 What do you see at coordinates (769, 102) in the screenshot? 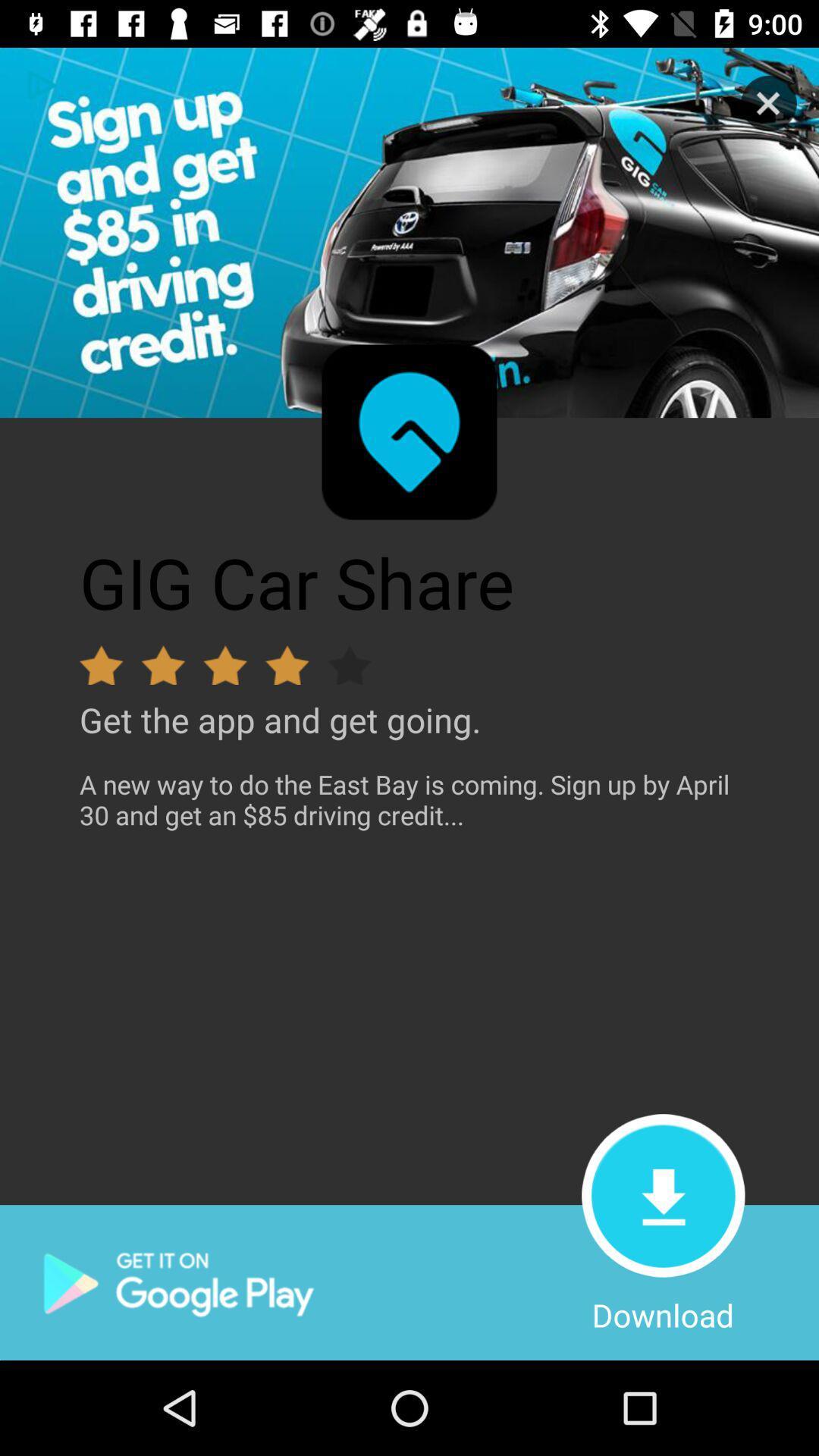
I see `the close icon` at bounding box center [769, 102].